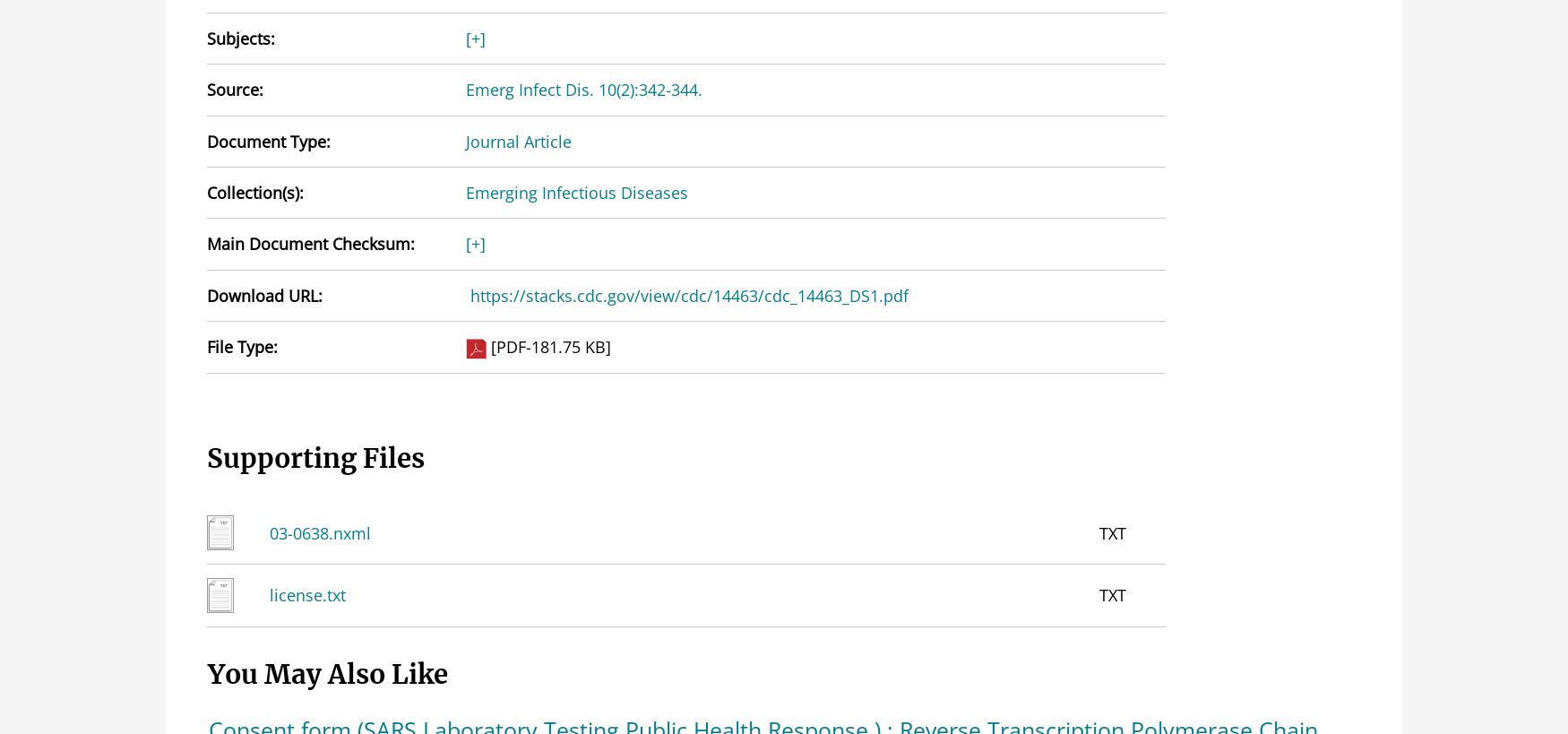 The height and width of the screenshot is (734, 1568). I want to click on 'Collection(s):', so click(254, 192).